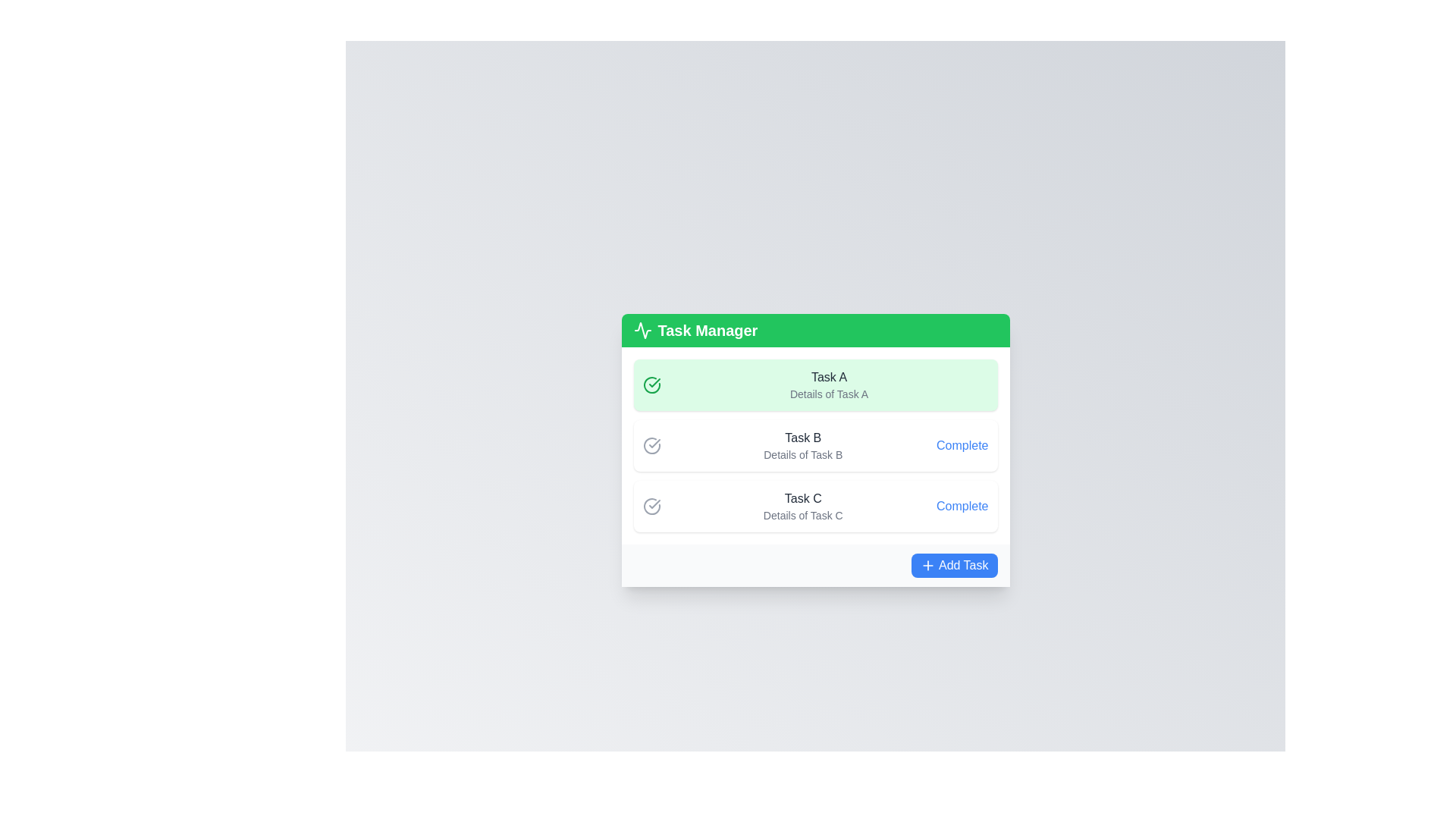  What do you see at coordinates (802, 499) in the screenshot?
I see `the Text label indicating 'Task C' in the task management interface, which is positioned above the 'Details of Task C' description` at bounding box center [802, 499].